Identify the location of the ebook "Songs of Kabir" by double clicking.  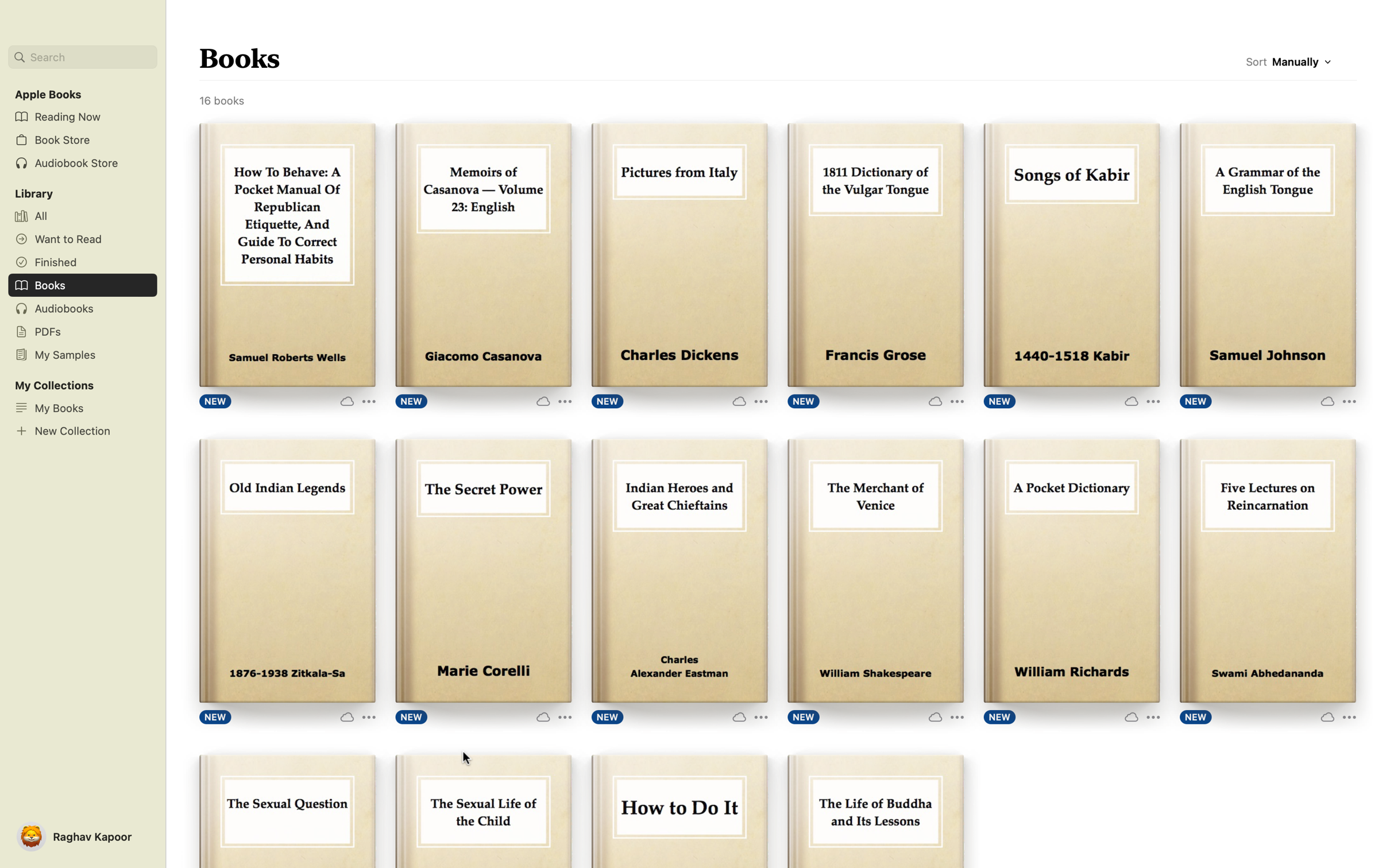
(1071, 255).